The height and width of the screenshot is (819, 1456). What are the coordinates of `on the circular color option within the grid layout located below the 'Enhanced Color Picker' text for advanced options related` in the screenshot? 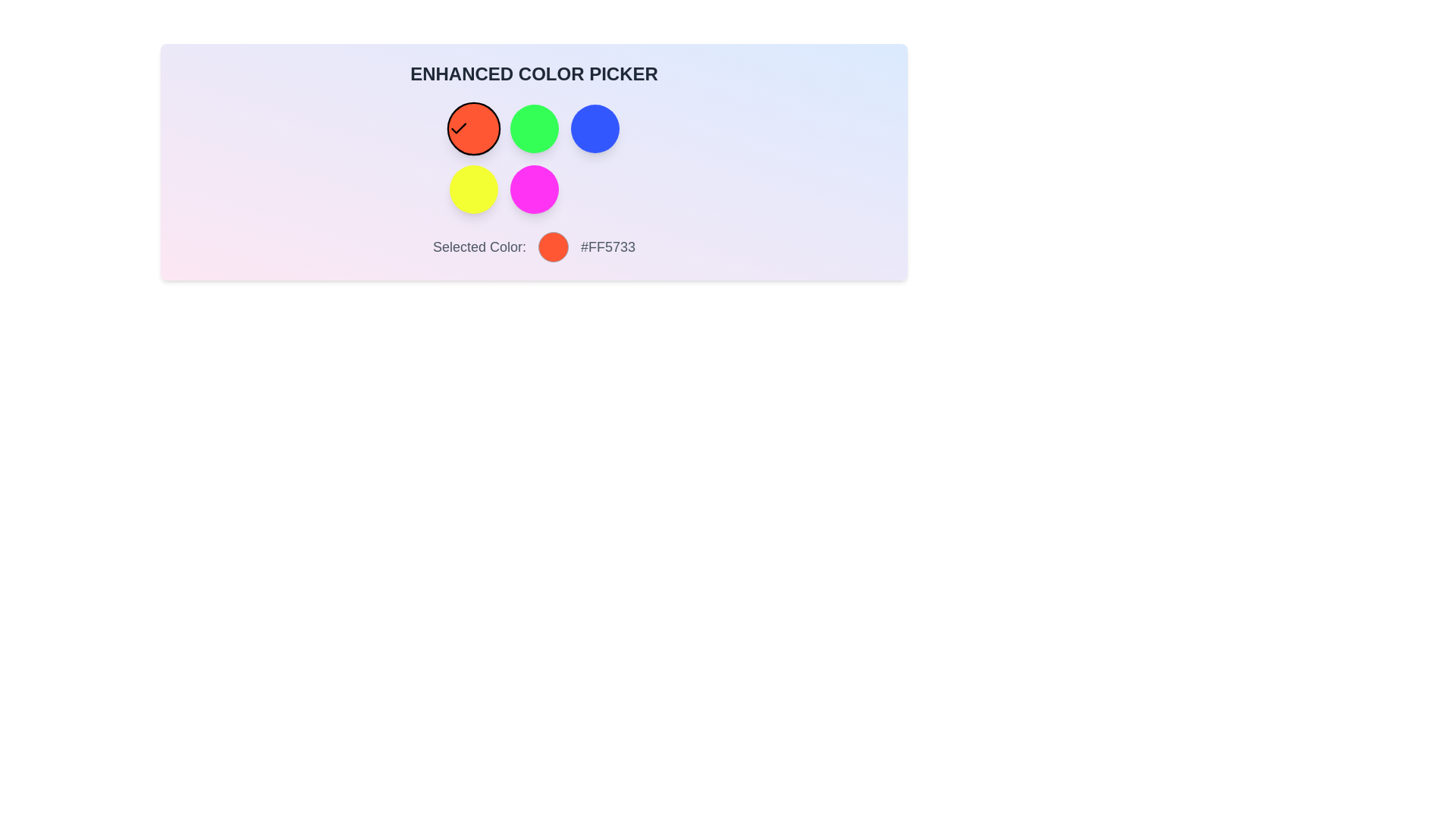 It's located at (534, 158).